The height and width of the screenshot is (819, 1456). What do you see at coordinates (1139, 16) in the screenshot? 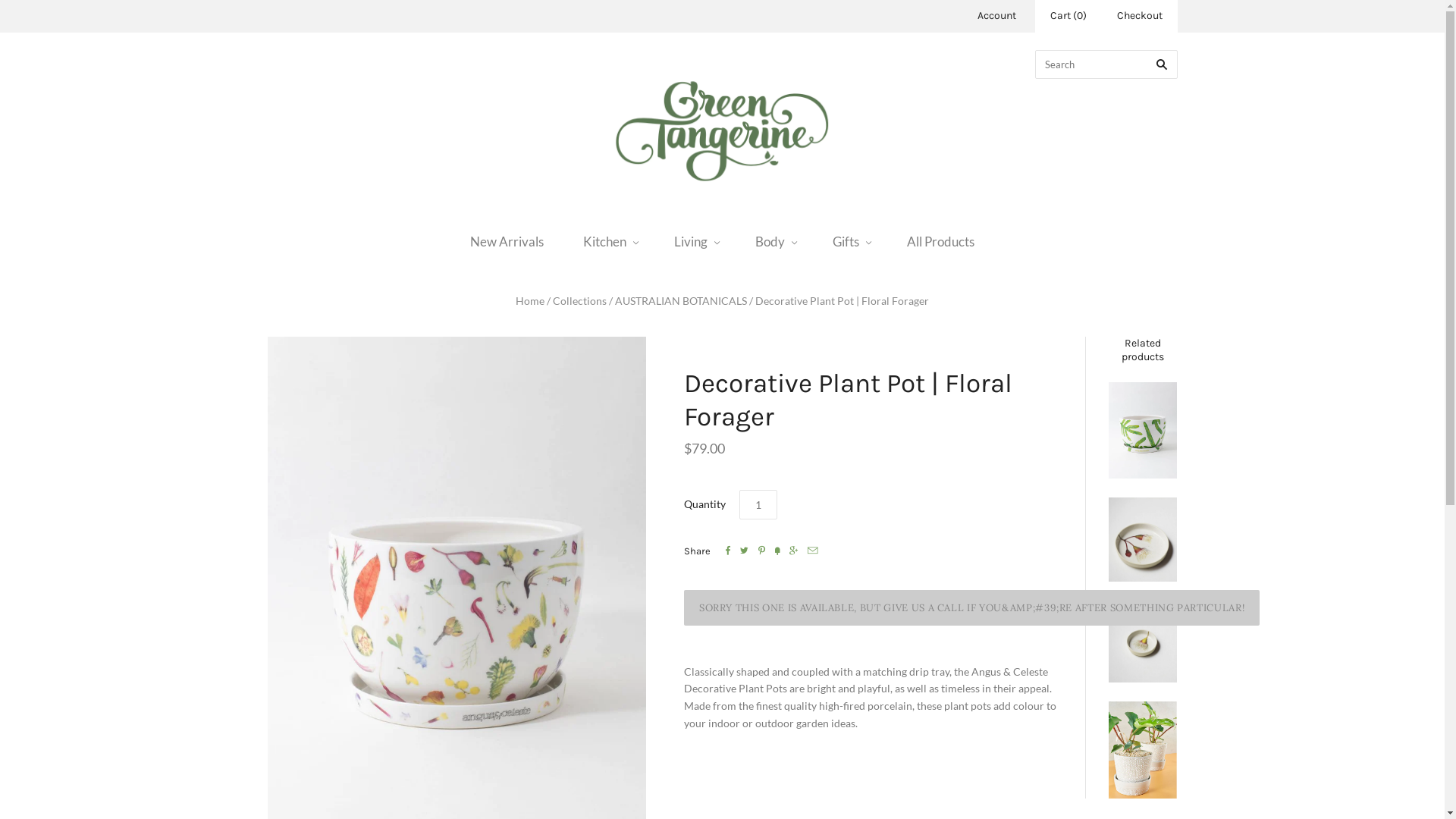
I see `'Checkout'` at bounding box center [1139, 16].